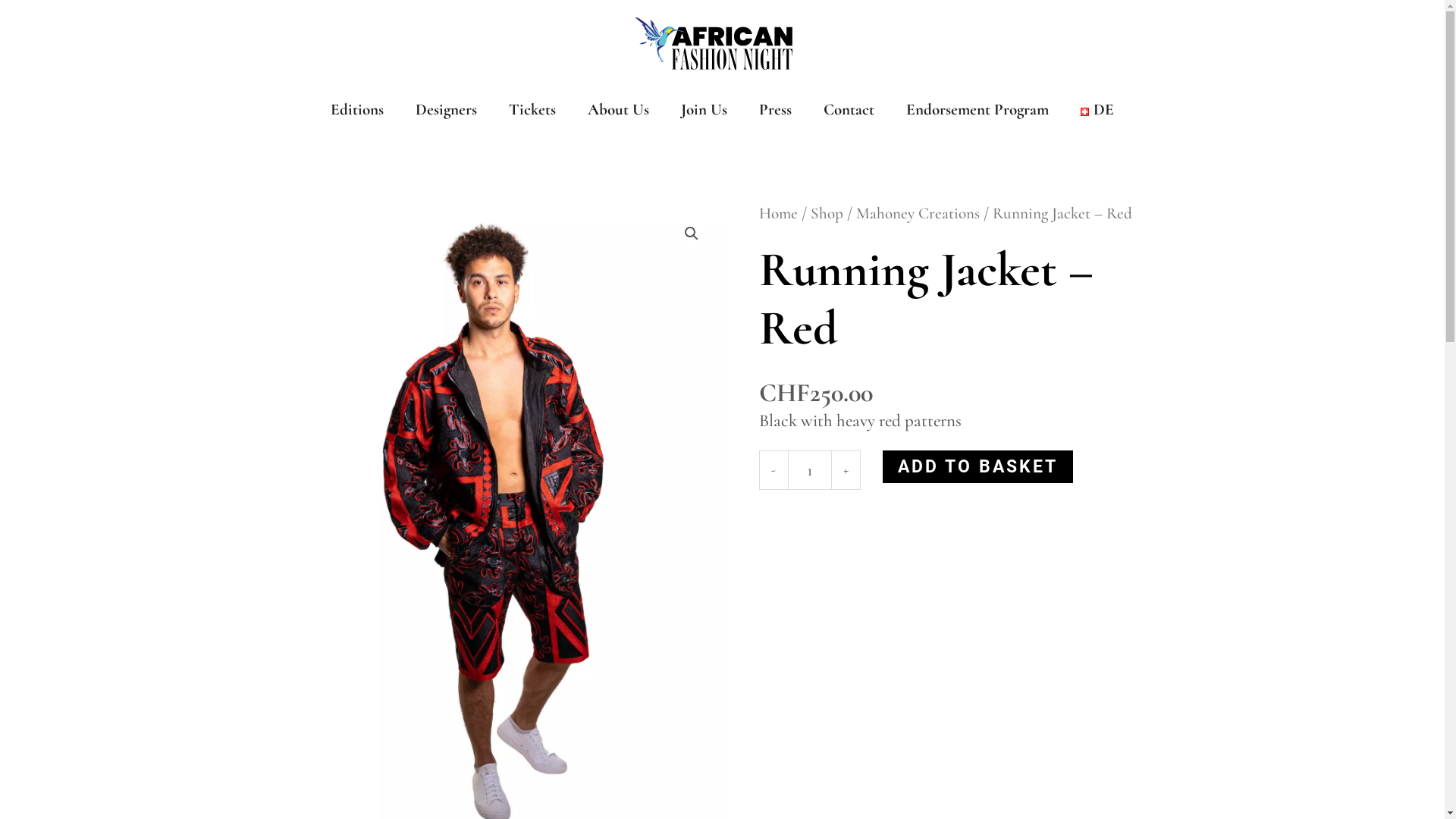 This screenshot has height=819, width=1456. I want to click on 'Press', so click(775, 109).